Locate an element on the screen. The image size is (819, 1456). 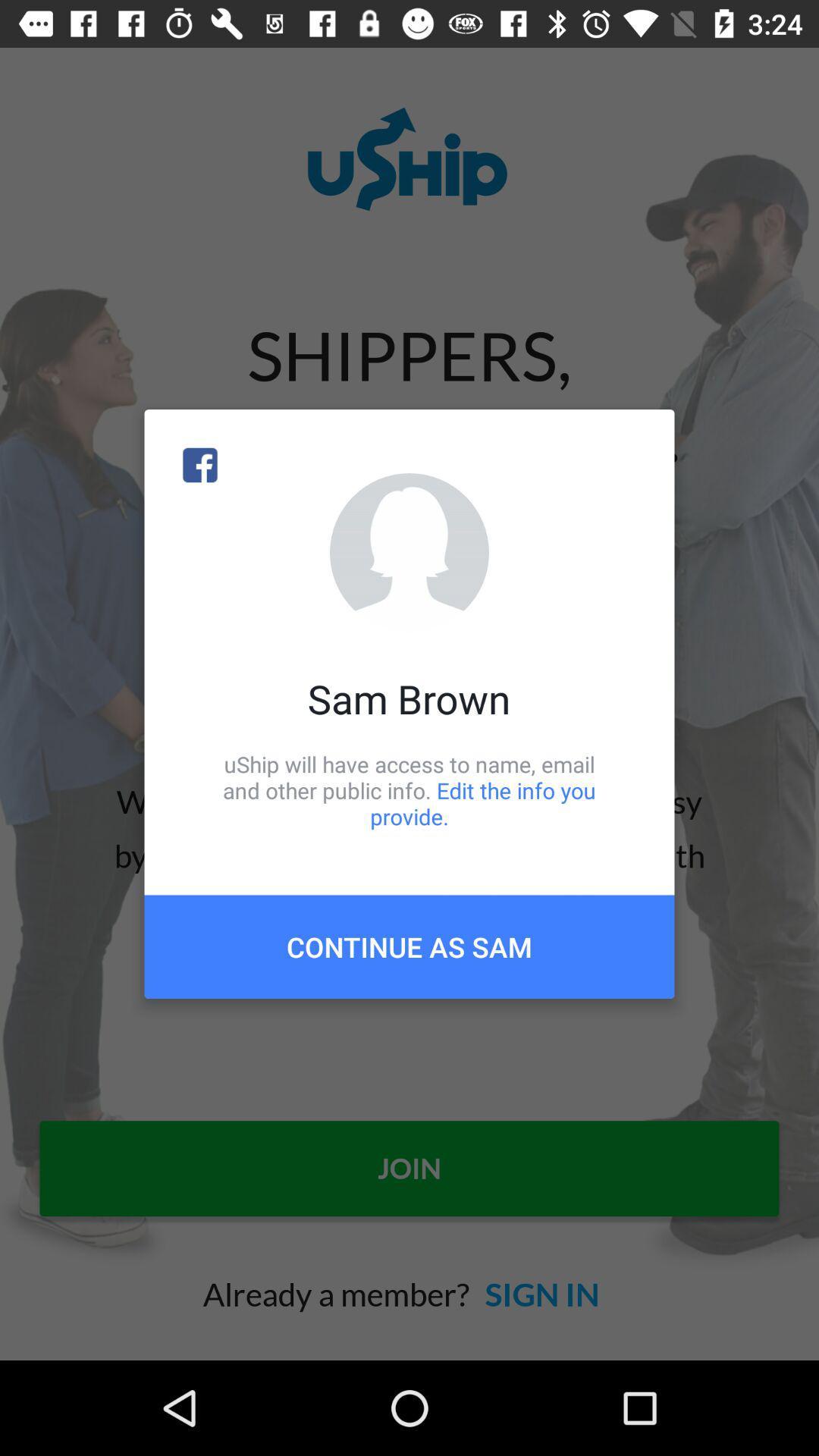
icon below sam brown is located at coordinates (409, 789).